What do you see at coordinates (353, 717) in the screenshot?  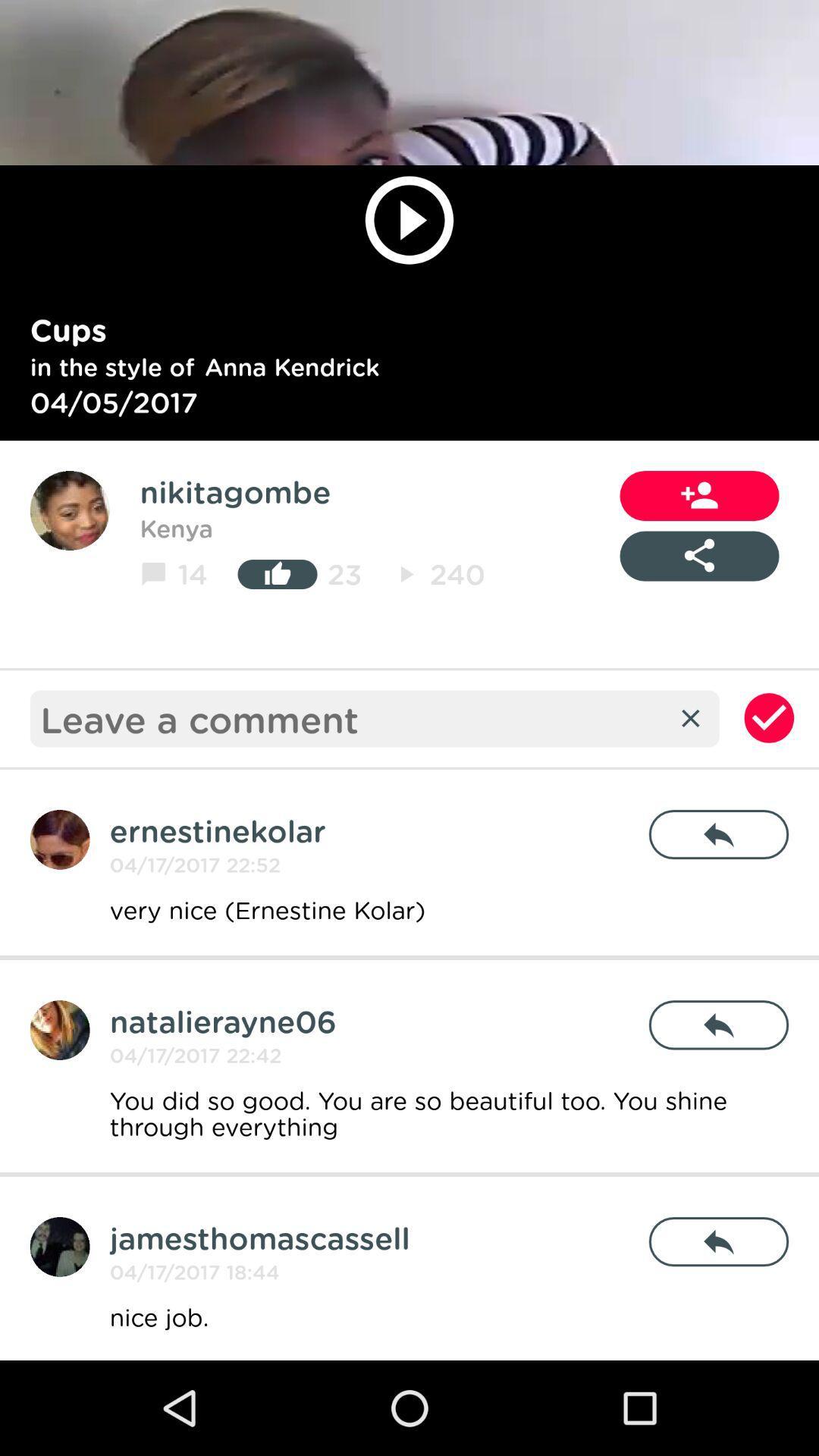 I see `a comment for the video` at bounding box center [353, 717].